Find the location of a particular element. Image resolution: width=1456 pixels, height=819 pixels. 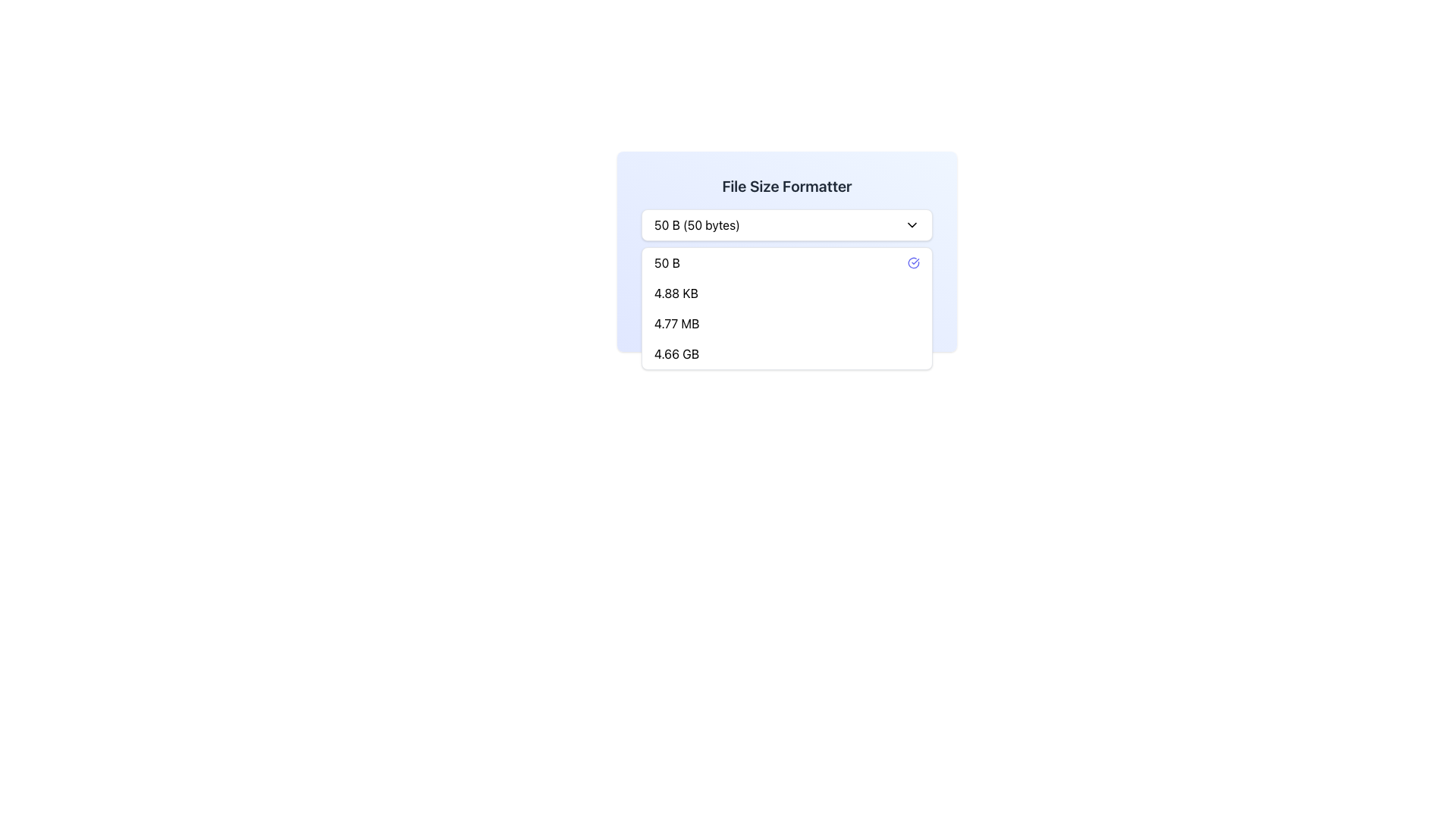

the Dropdown component labeled 'File Size Formatter' is located at coordinates (786, 250).